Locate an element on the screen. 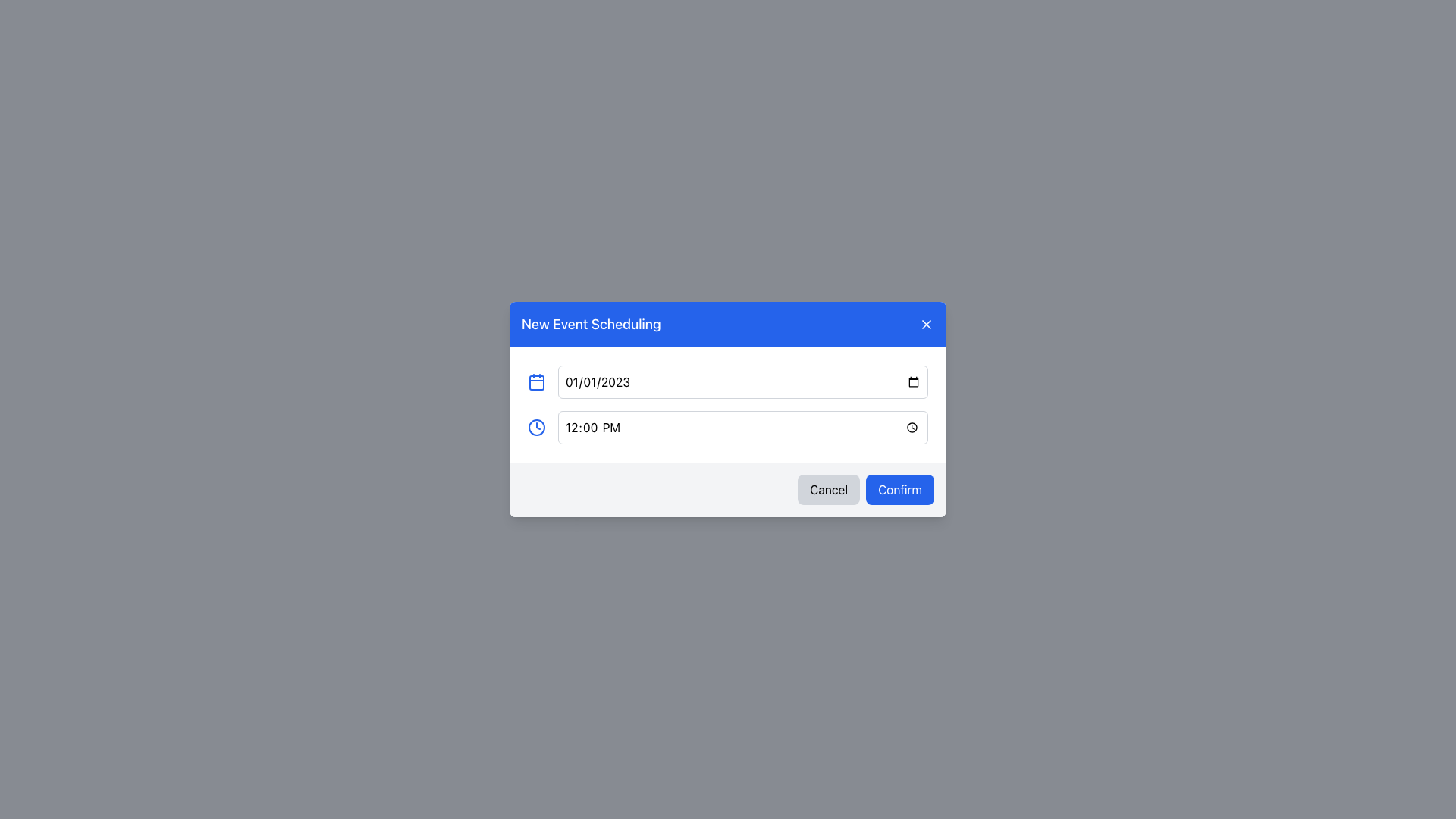  the 'Cancel' button located at the bottom-right corner of the dialog box is located at coordinates (828, 489).